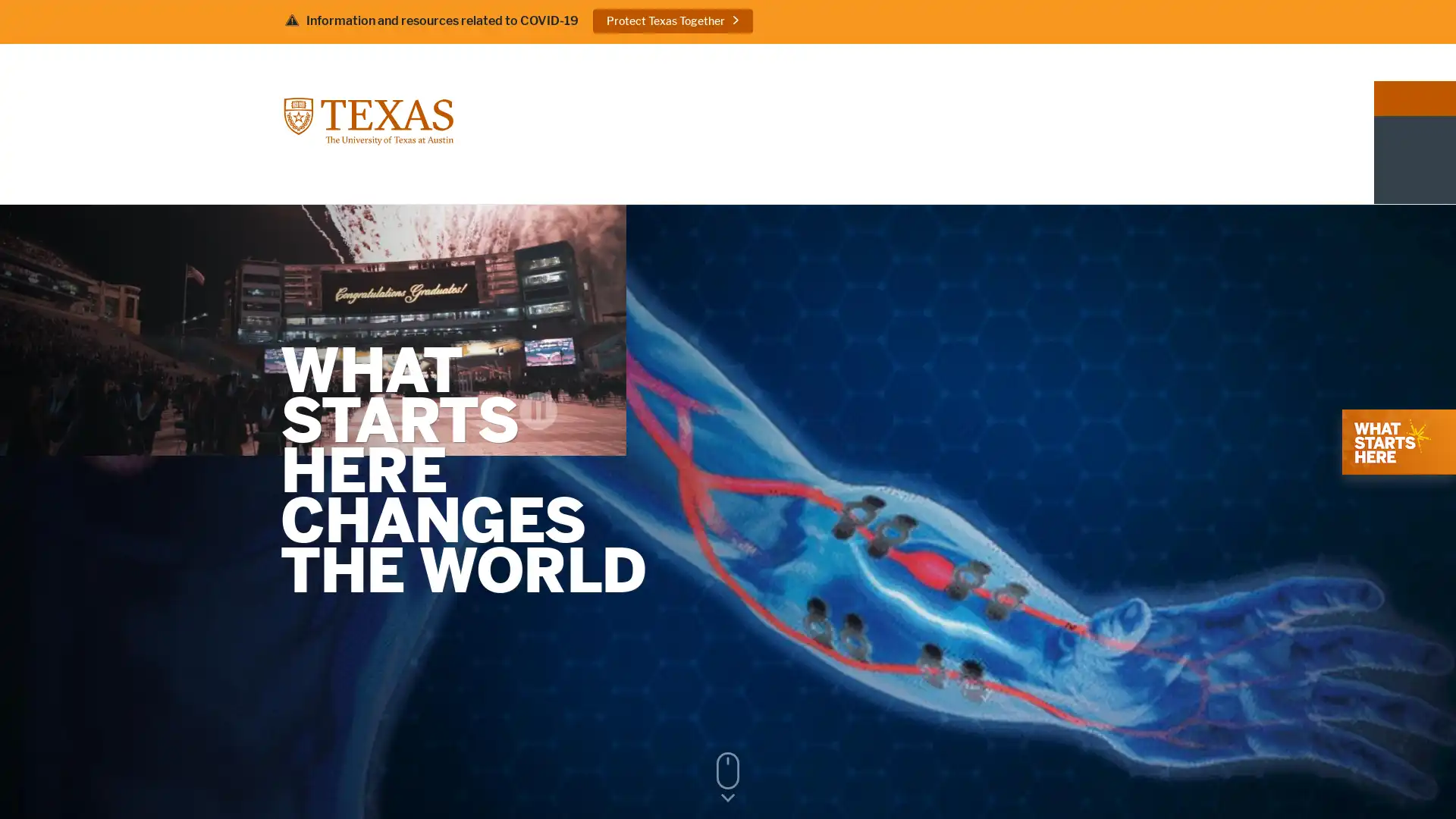  Describe the element at coordinates (1407, 693) in the screenshot. I see `Pause button Pause button` at that location.